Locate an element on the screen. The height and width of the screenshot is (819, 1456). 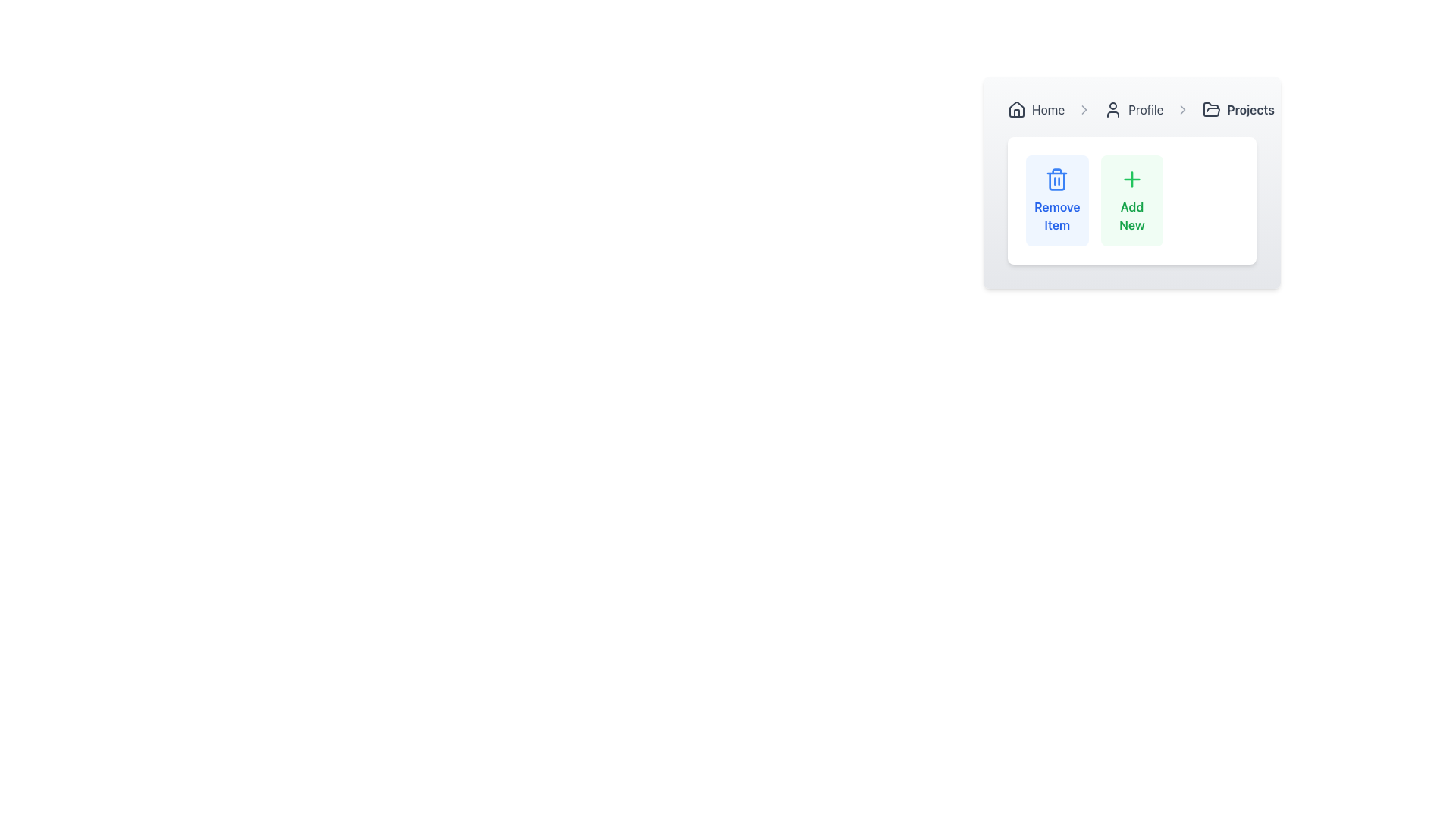
the 'Remove Item' button located below the trash bin icon in the top right module is located at coordinates (1056, 216).